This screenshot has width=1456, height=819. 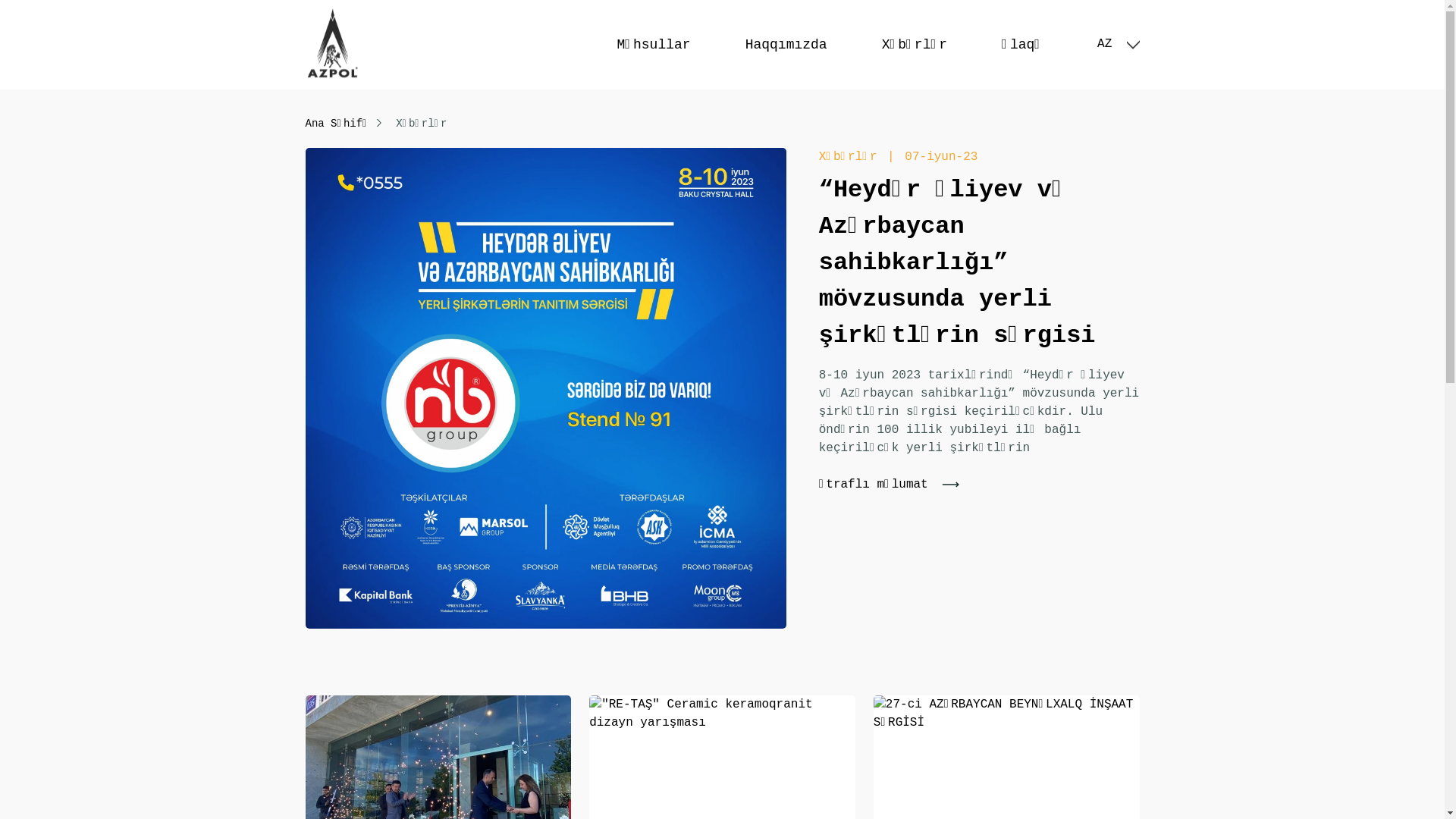 What do you see at coordinates (1097, 42) in the screenshot?
I see `'AZ  '` at bounding box center [1097, 42].